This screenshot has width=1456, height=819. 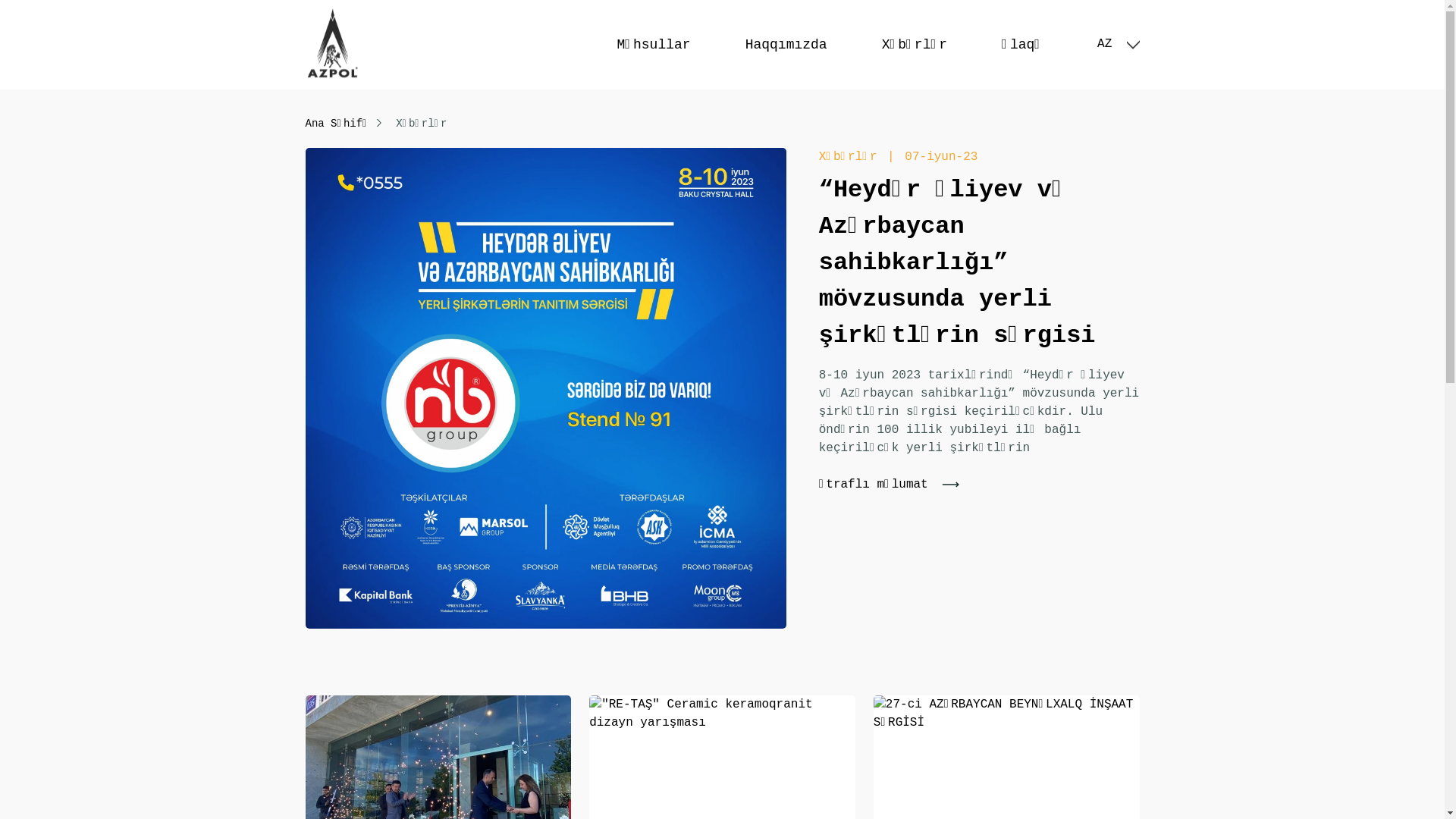 What do you see at coordinates (1097, 42) in the screenshot?
I see `'AZ  '` at bounding box center [1097, 42].